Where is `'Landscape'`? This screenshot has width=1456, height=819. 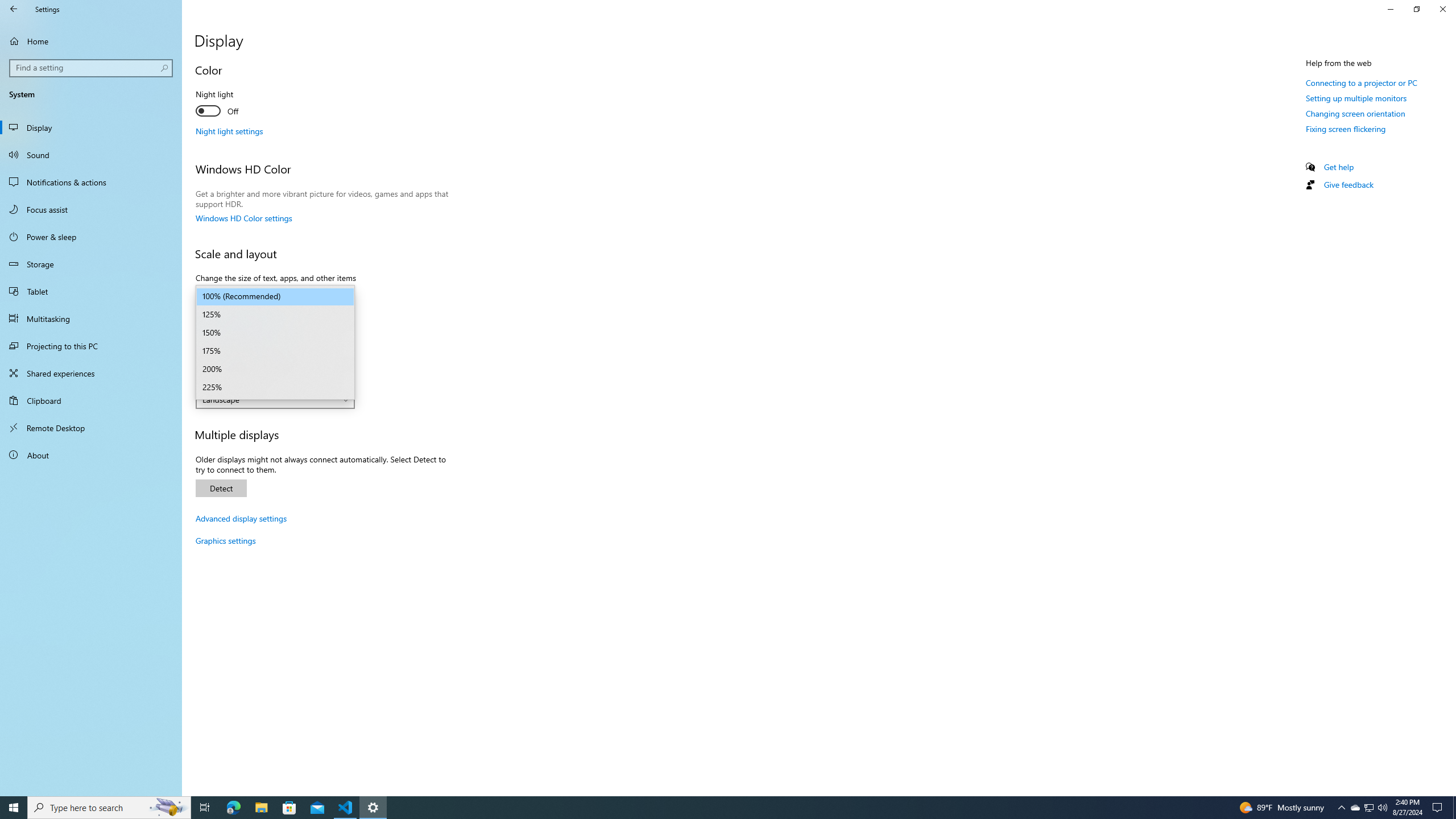
'Landscape' is located at coordinates (268, 399).